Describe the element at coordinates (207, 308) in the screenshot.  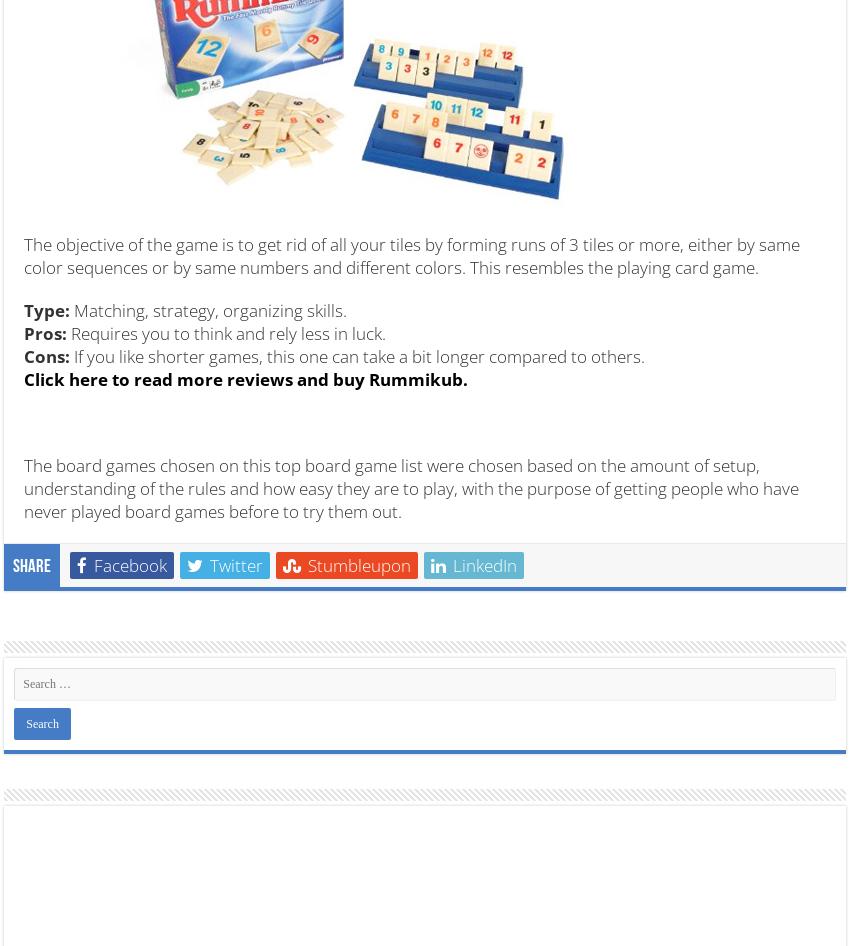
I see `'Matching, strategy, organizing skills.'` at that location.